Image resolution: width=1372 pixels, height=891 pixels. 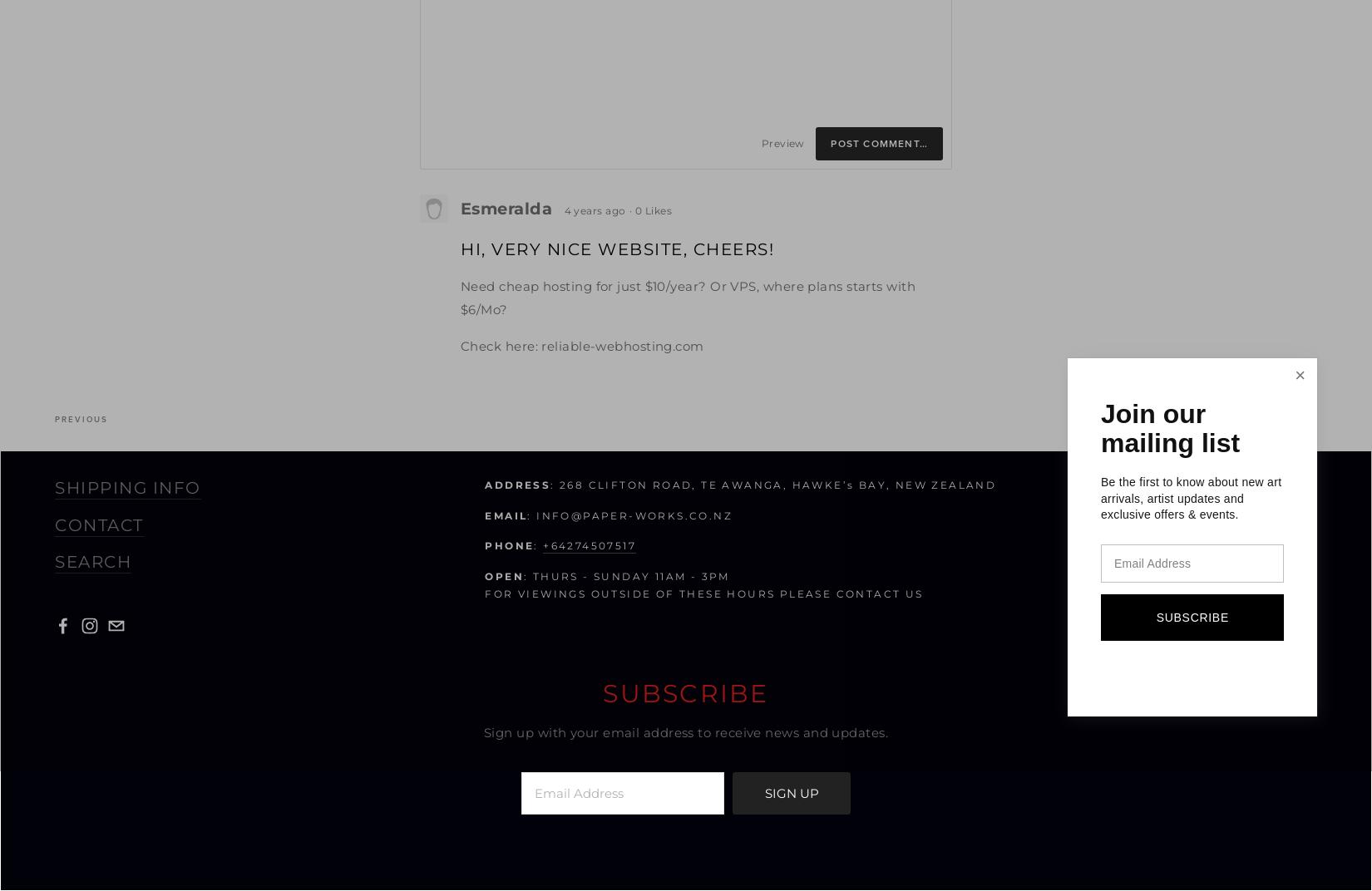 What do you see at coordinates (1302, 419) in the screenshot?
I see `'Next'` at bounding box center [1302, 419].